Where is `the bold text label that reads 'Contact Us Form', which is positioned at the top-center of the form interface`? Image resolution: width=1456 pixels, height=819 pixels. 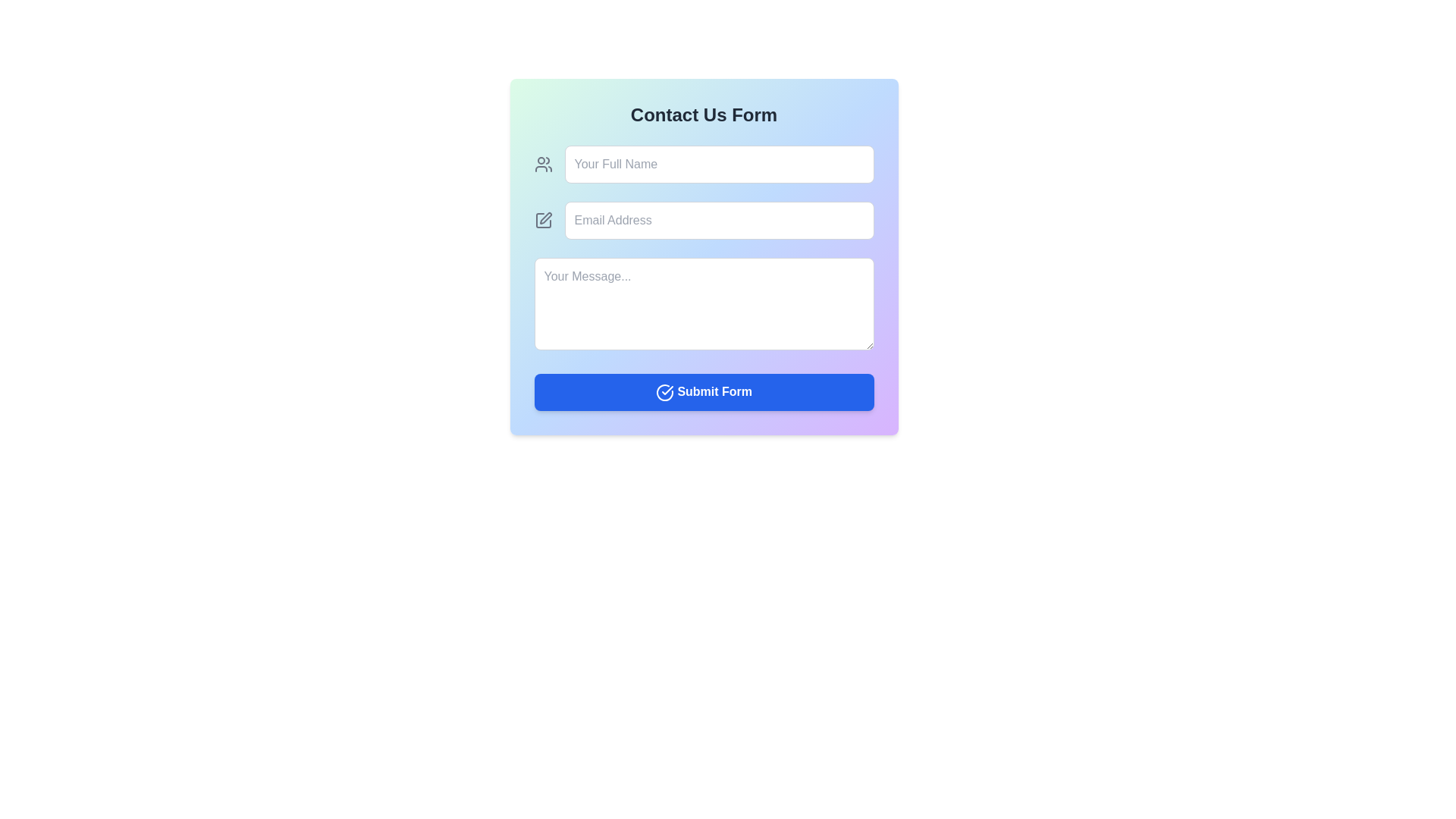 the bold text label that reads 'Contact Us Form', which is positioned at the top-center of the form interface is located at coordinates (703, 114).